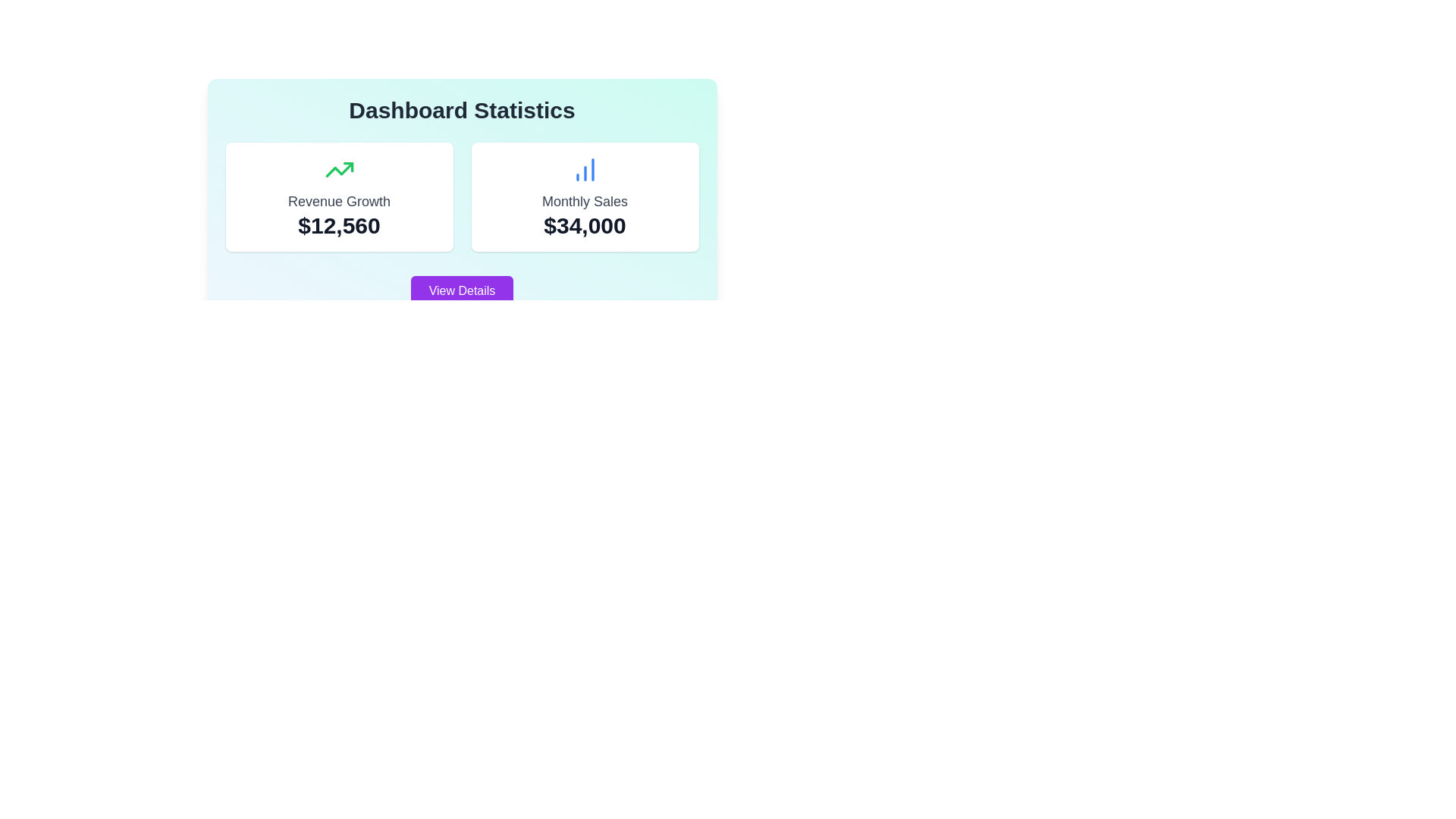 This screenshot has height=819, width=1456. What do you see at coordinates (338, 169) in the screenshot?
I see `the graphical icon representing positive growth or trends in the 'Revenue Growth' section, located in the upper-left icon of the leftmost card` at bounding box center [338, 169].